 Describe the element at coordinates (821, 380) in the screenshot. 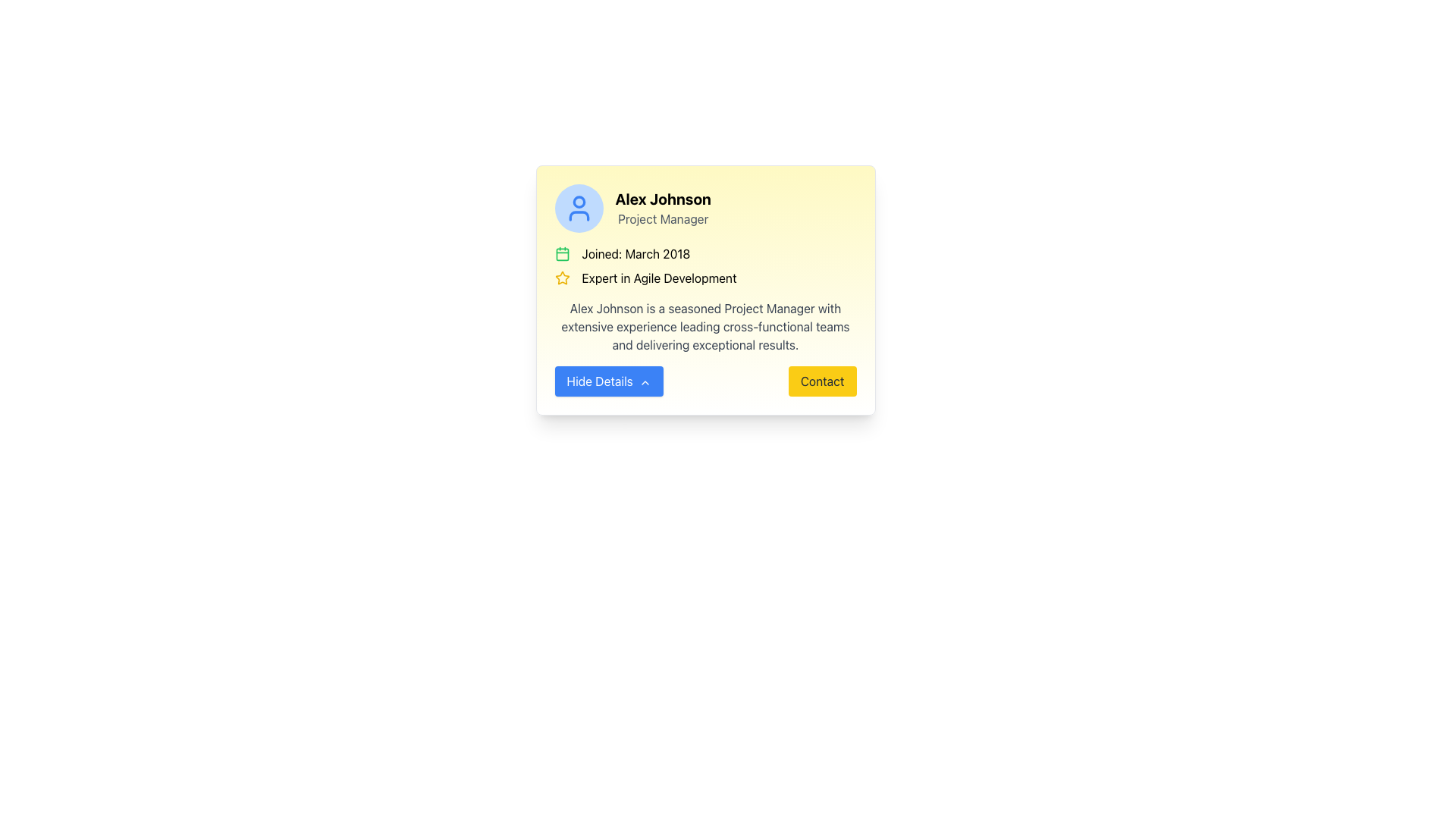

I see `the 'Contact' button, which is a rectangular button with rounded corners, a yellow background, and black centered text, located in the bottom-right corner of a card component` at that location.